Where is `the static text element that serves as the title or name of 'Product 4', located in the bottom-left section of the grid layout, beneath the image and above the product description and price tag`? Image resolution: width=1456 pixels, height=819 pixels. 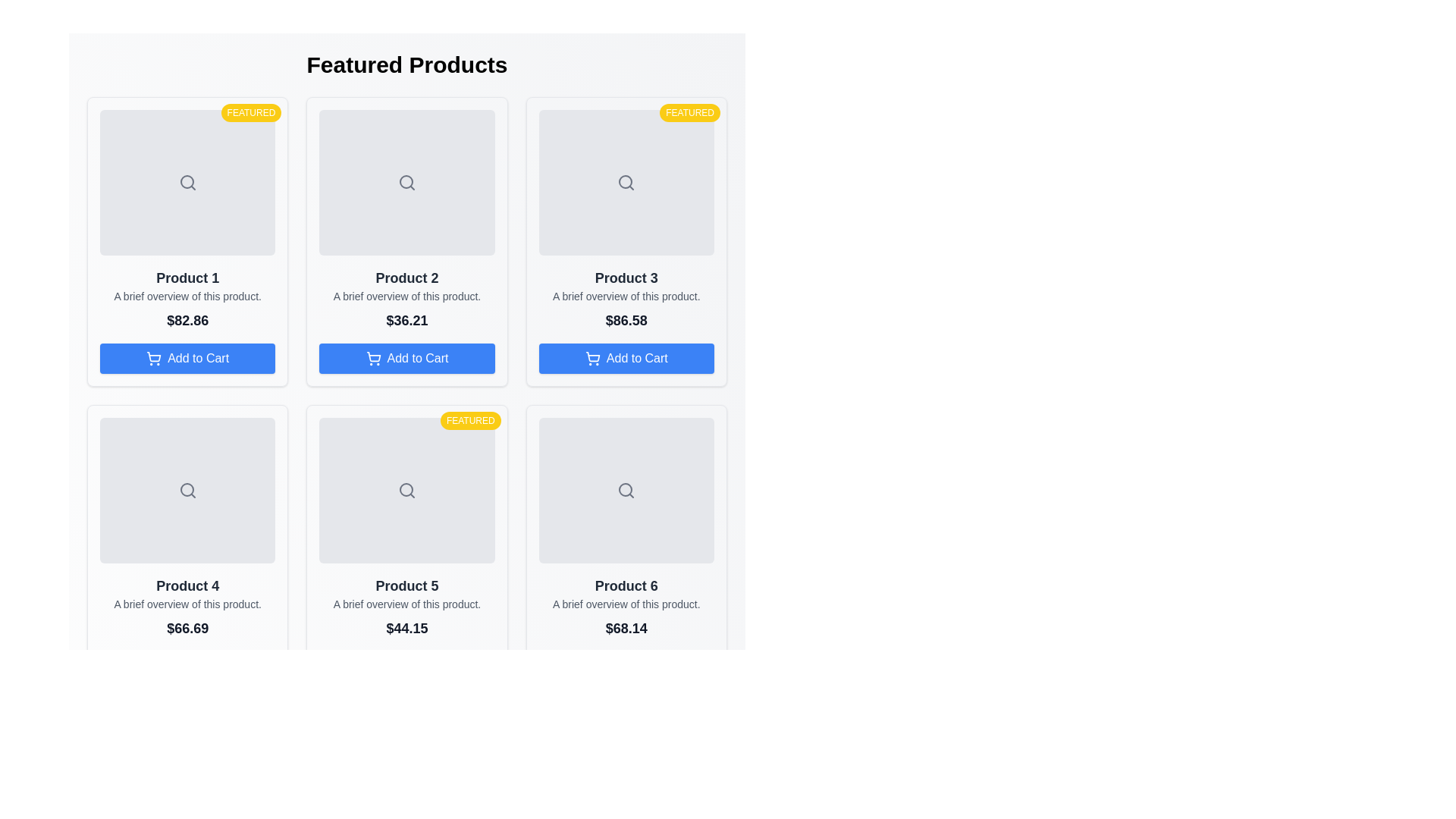 the static text element that serves as the title or name of 'Product 4', located in the bottom-left section of the grid layout, beneath the image and above the product description and price tag is located at coordinates (187, 585).